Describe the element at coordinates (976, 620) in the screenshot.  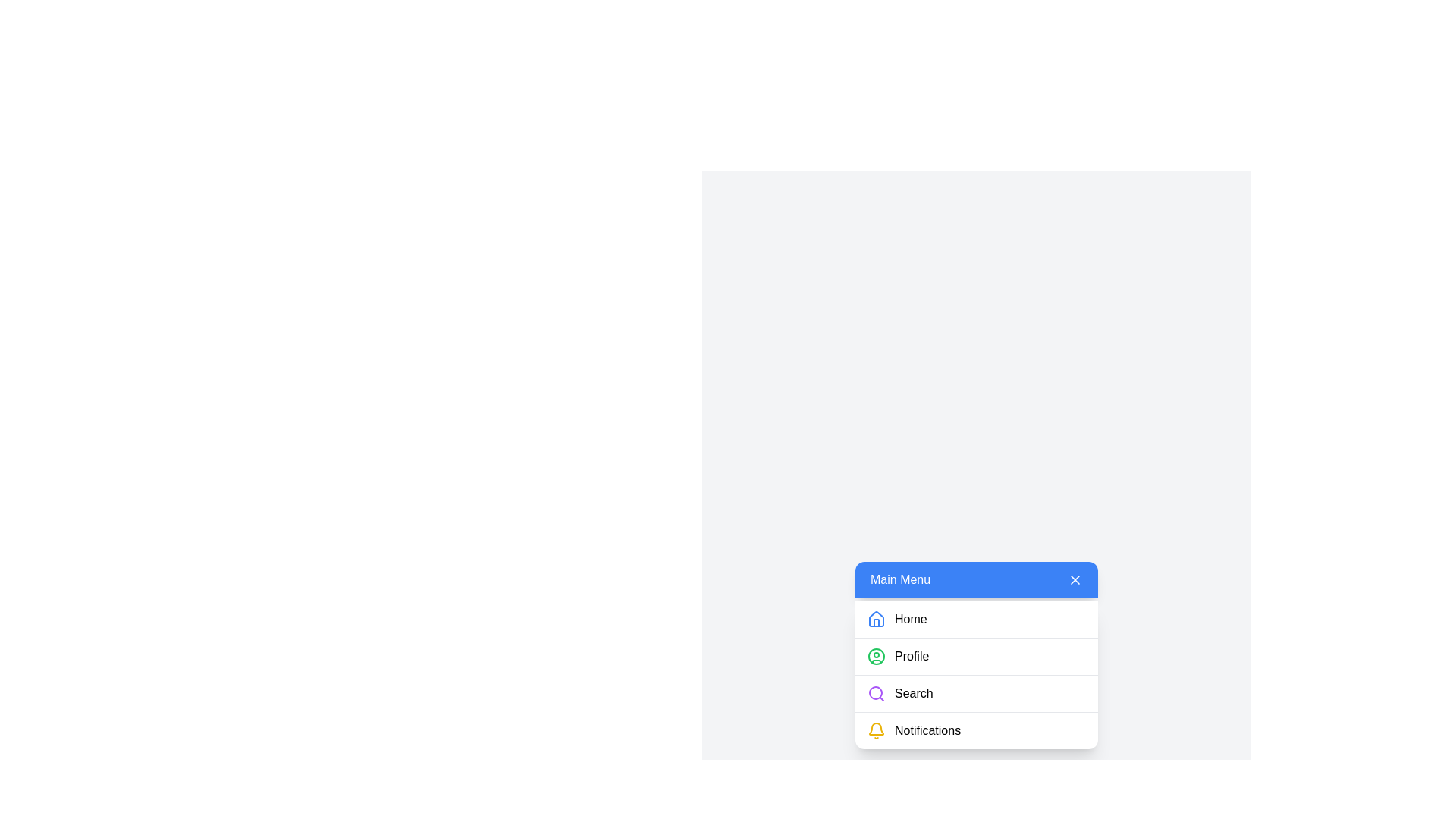
I see `the 'Home' menu item, which is the first item in the vertical menu below 'Main Menu' and above 'Profile'` at that location.